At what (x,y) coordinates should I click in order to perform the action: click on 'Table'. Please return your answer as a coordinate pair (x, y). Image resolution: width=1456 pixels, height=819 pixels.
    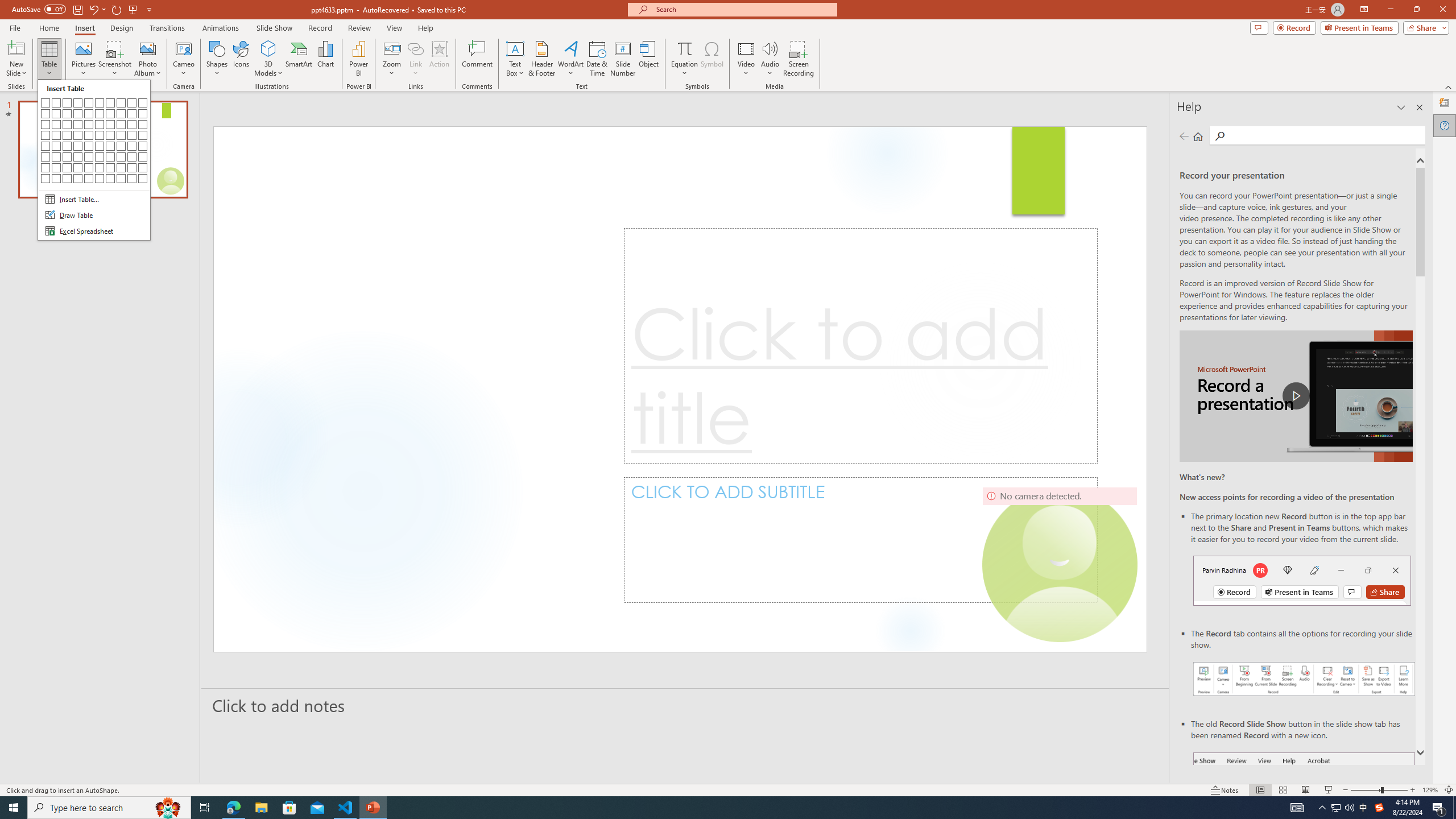
    Looking at the image, I should click on (49, 59).